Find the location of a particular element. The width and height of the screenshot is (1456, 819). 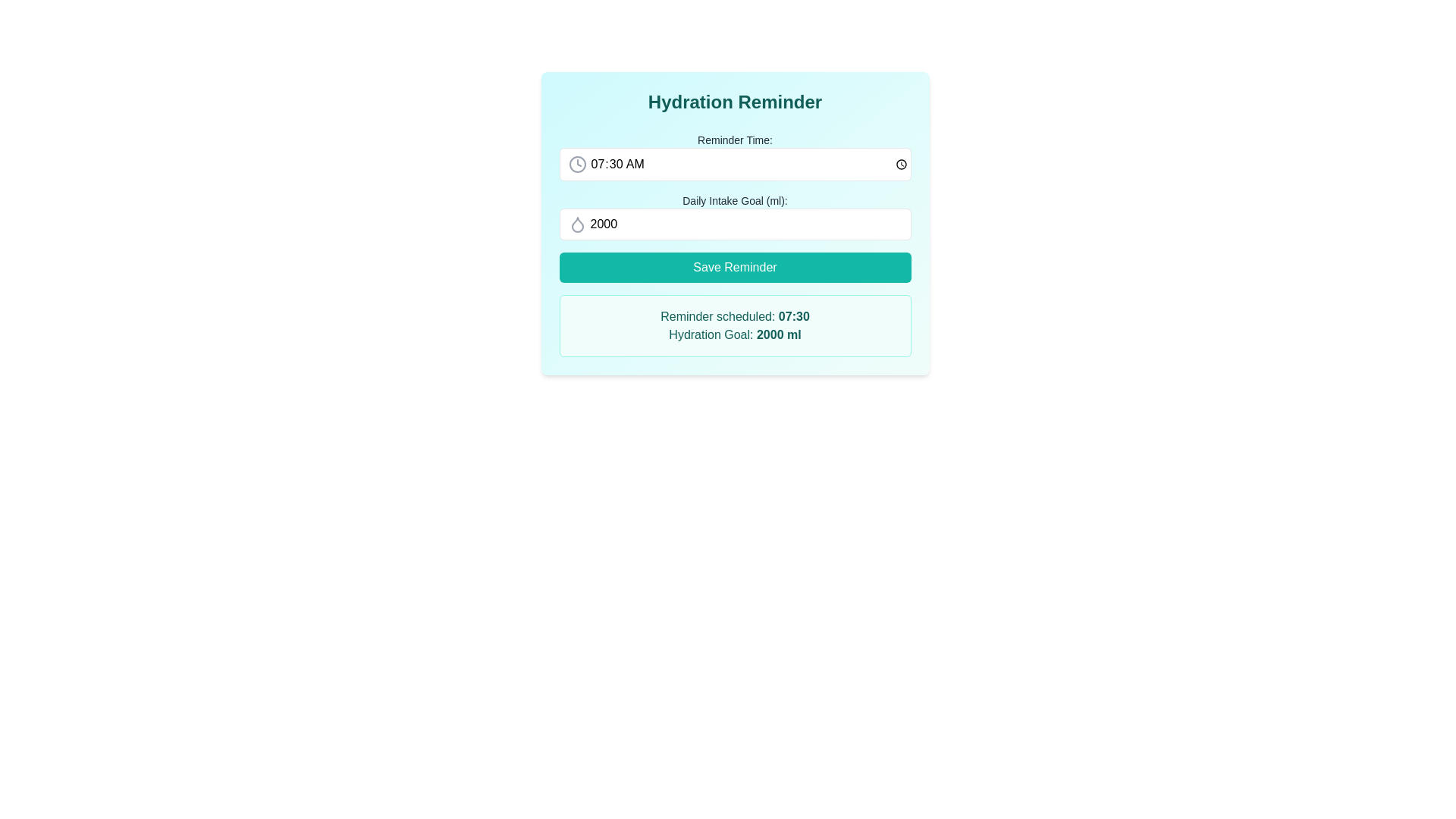

the droplet-shaped graphical icon located inside the input field under 'Daily Intake Goal (ml):' is located at coordinates (576, 224).